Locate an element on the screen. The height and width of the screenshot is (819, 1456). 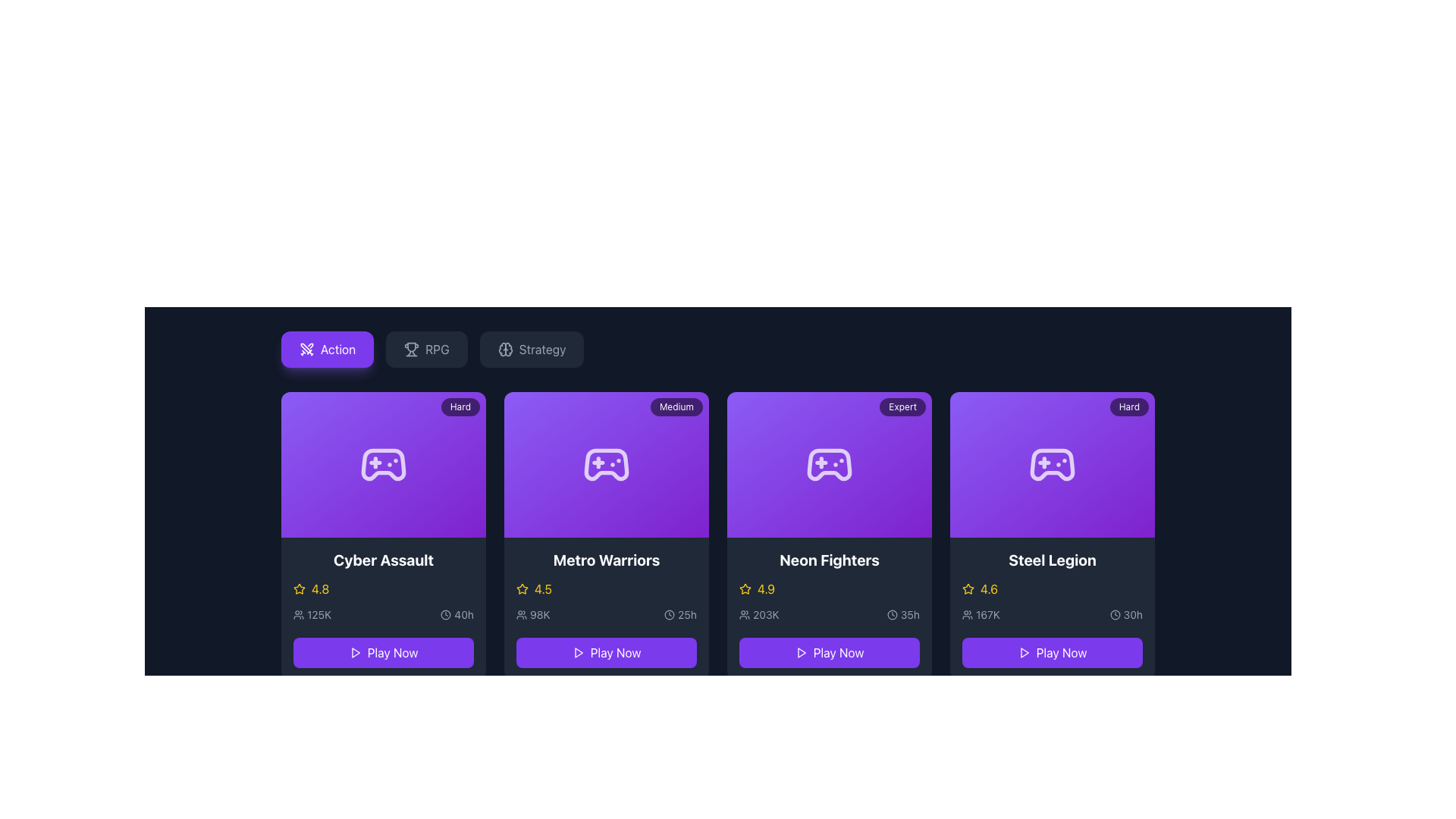
information displayed on the 'Metro Warriors' game card, which is the second card in the set and contains details about the game such as its name, rating, number of players, and approximate playtime is located at coordinates (607, 607).